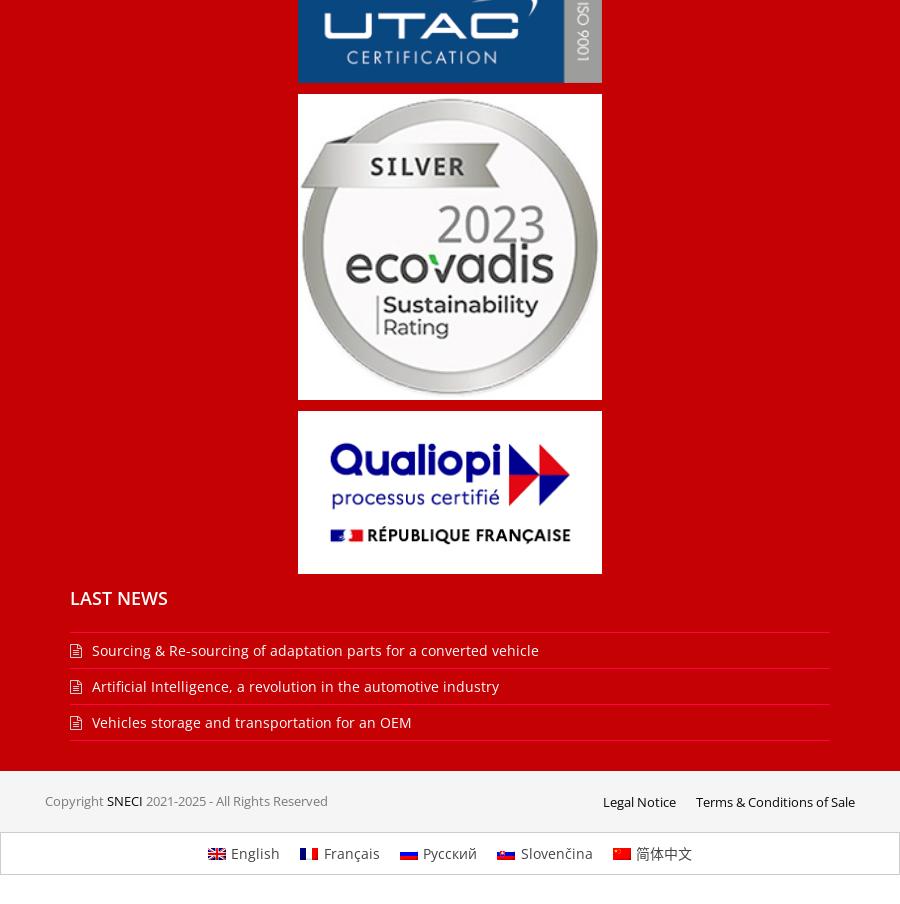 The height and width of the screenshot is (904, 900). Describe the element at coordinates (294, 684) in the screenshot. I see `'Artificial Intelligence, a revolution in the automotive industry'` at that location.